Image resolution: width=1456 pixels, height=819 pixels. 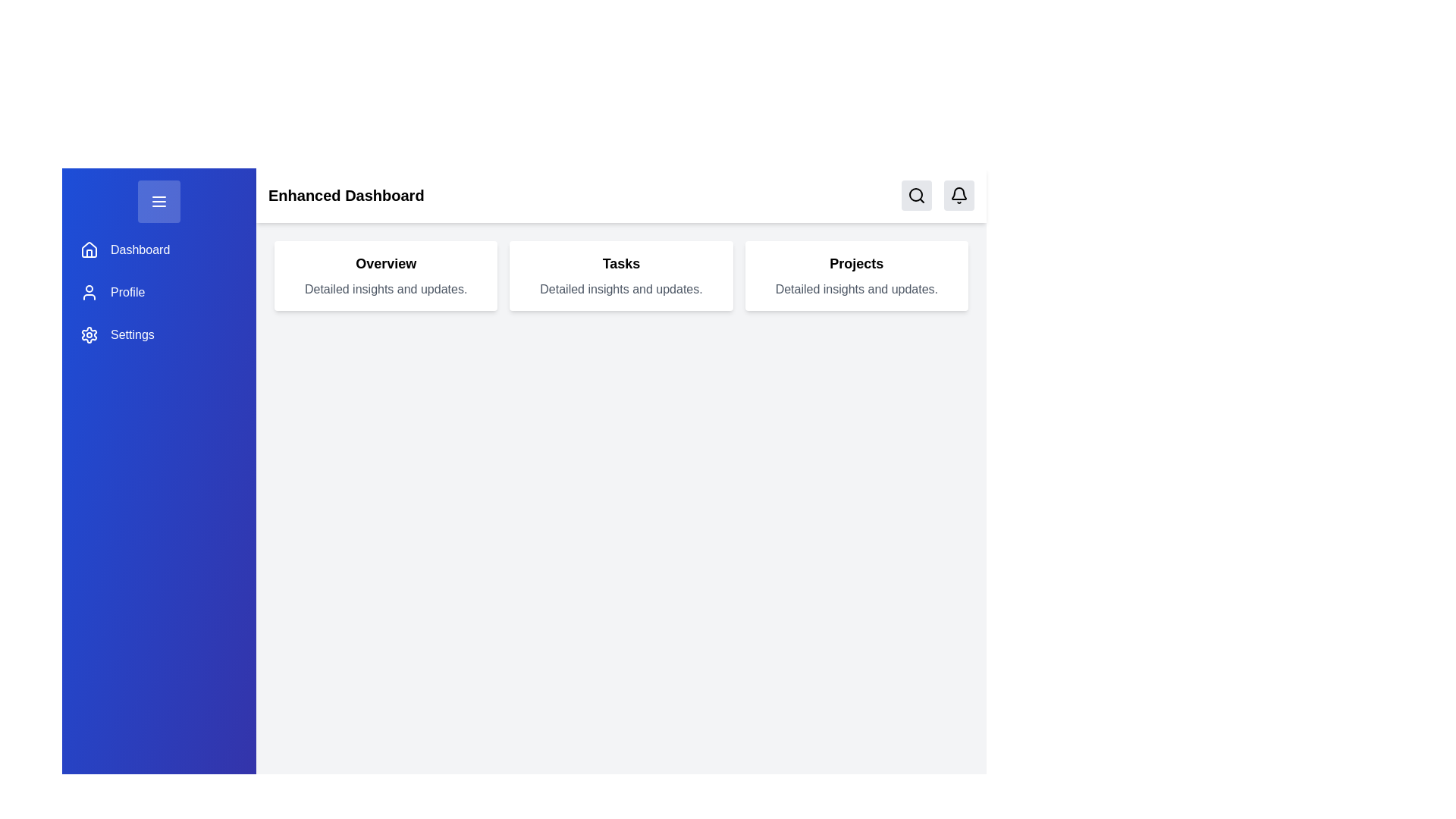 What do you see at coordinates (89, 334) in the screenshot?
I see `the 'Settings' Icon located in the sidebar menu, which is positioned under the 'Profile' section and above the text 'Settings'` at bounding box center [89, 334].